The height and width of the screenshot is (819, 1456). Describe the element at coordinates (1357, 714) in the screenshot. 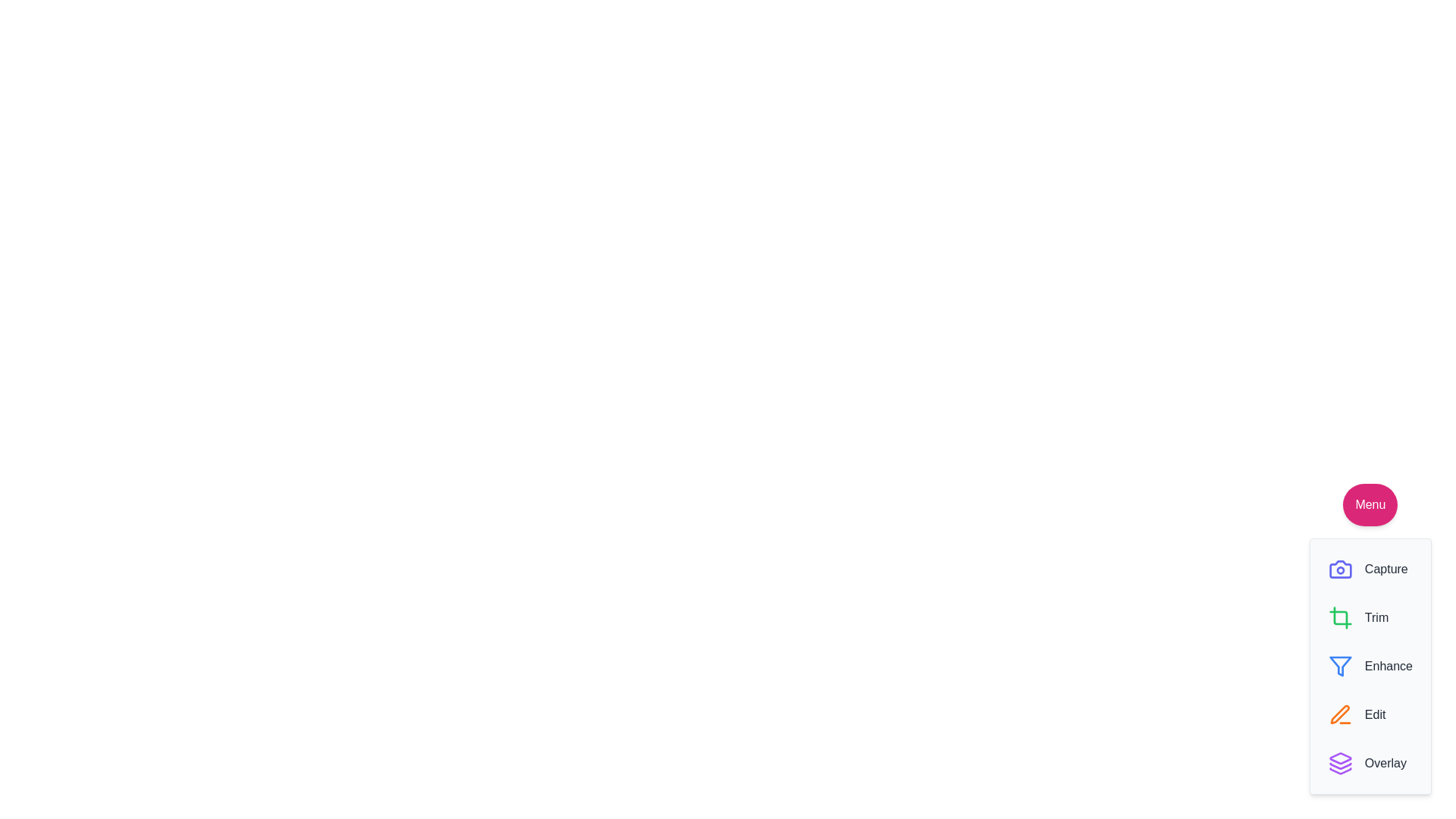

I see `the 'Edit' button in the menu` at that location.